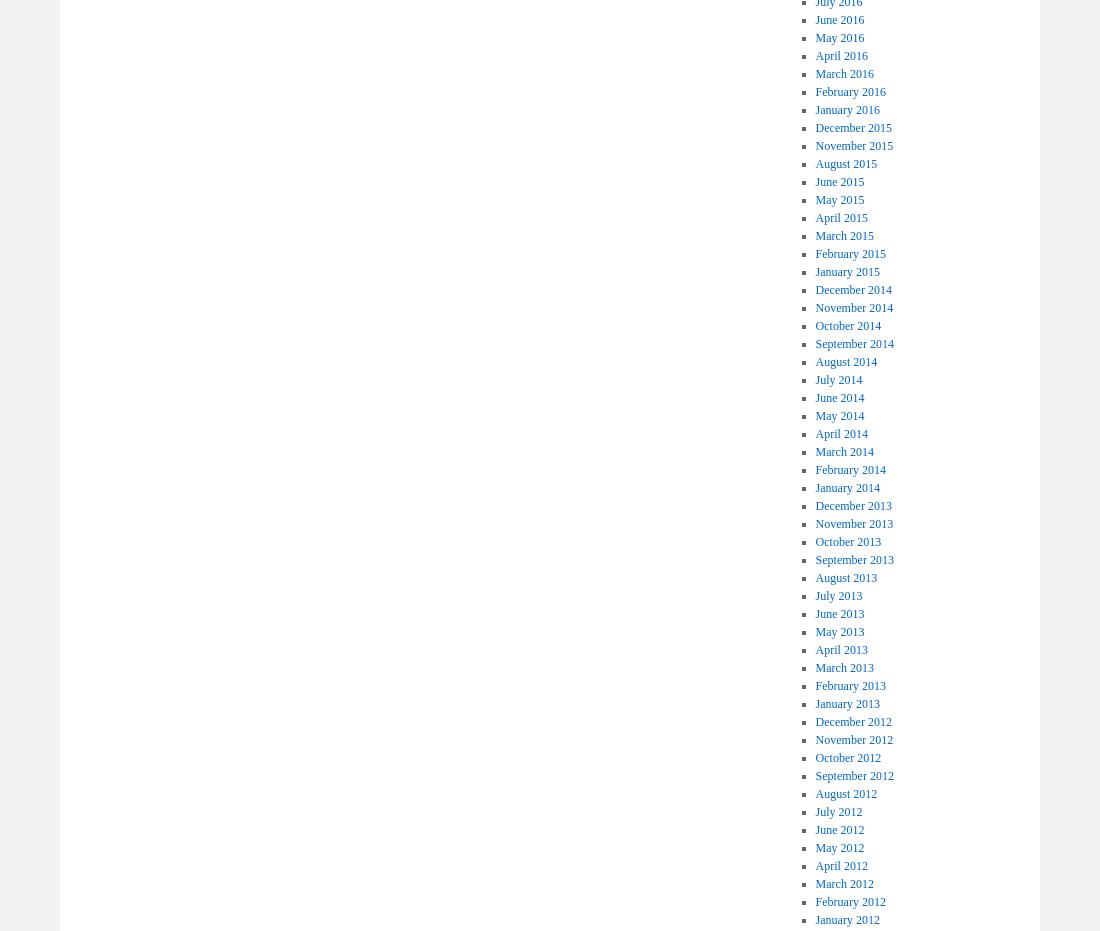 The width and height of the screenshot is (1100, 931). Describe the element at coordinates (838, 414) in the screenshot. I see `'May 2014'` at that location.